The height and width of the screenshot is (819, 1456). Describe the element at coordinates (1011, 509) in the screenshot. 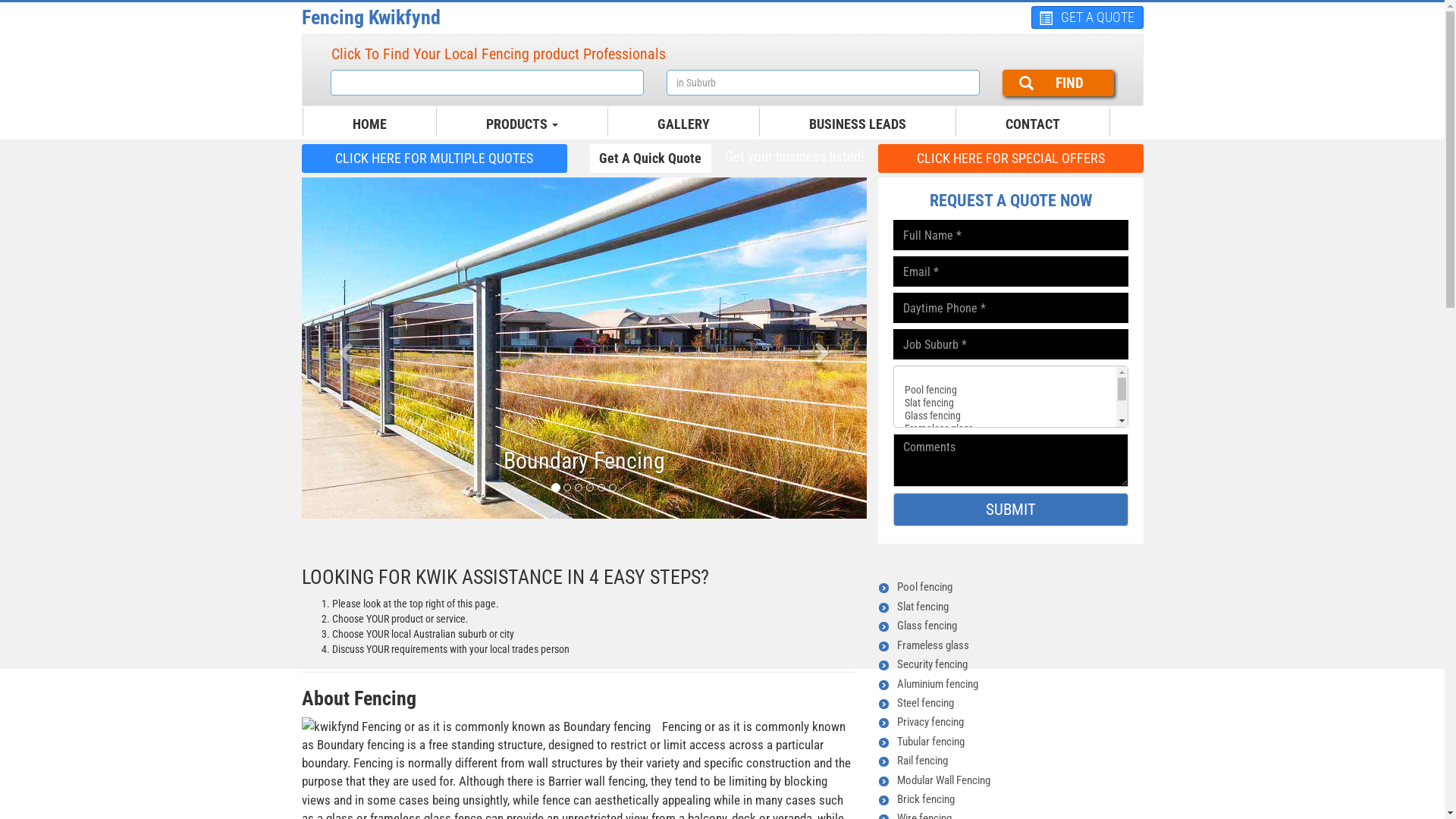

I see `'SUBMIT'` at that location.